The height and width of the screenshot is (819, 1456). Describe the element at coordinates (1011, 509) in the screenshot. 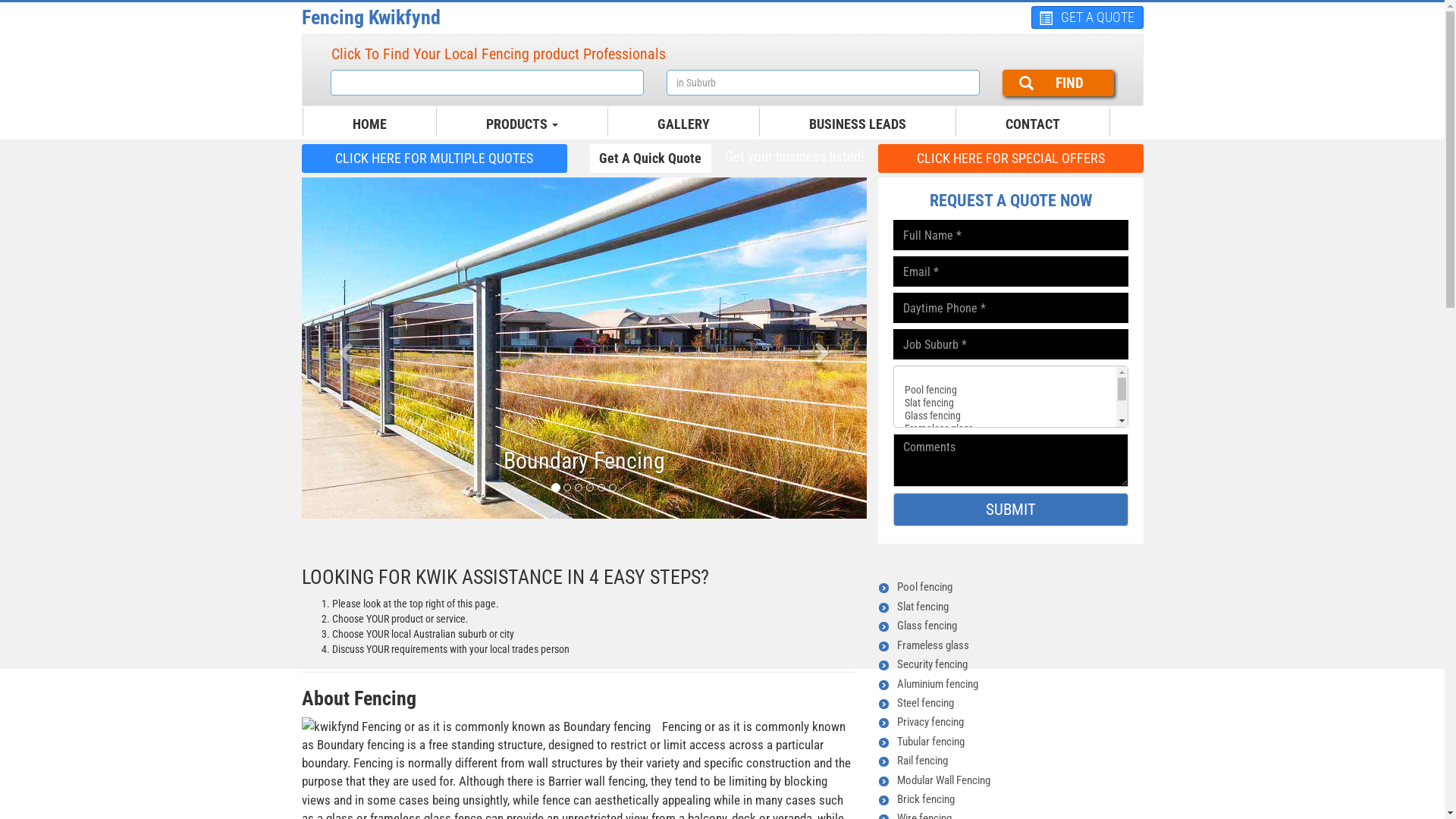

I see `'SUBMIT'` at that location.